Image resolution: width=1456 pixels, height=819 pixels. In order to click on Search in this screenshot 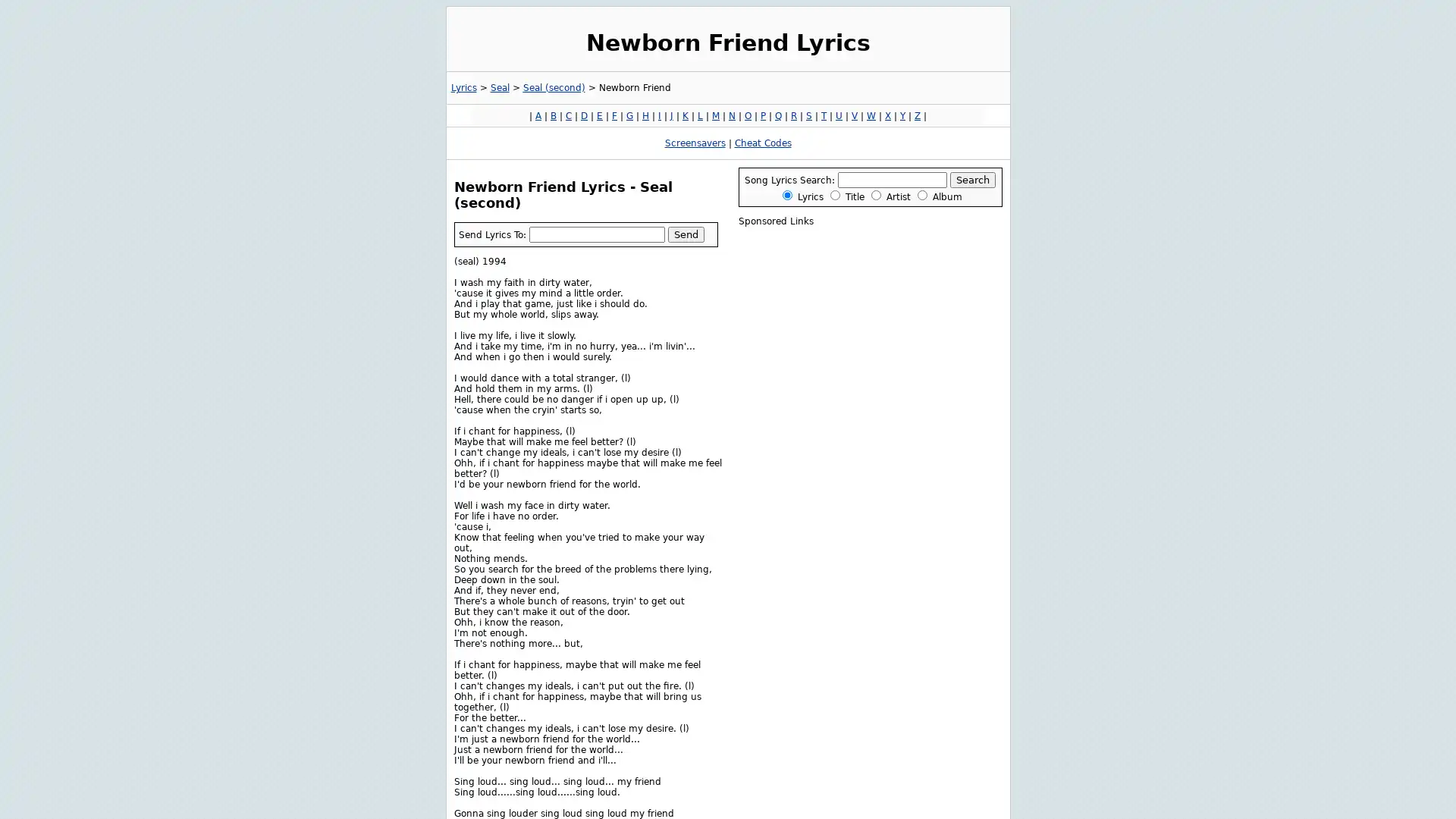, I will do `click(972, 179)`.